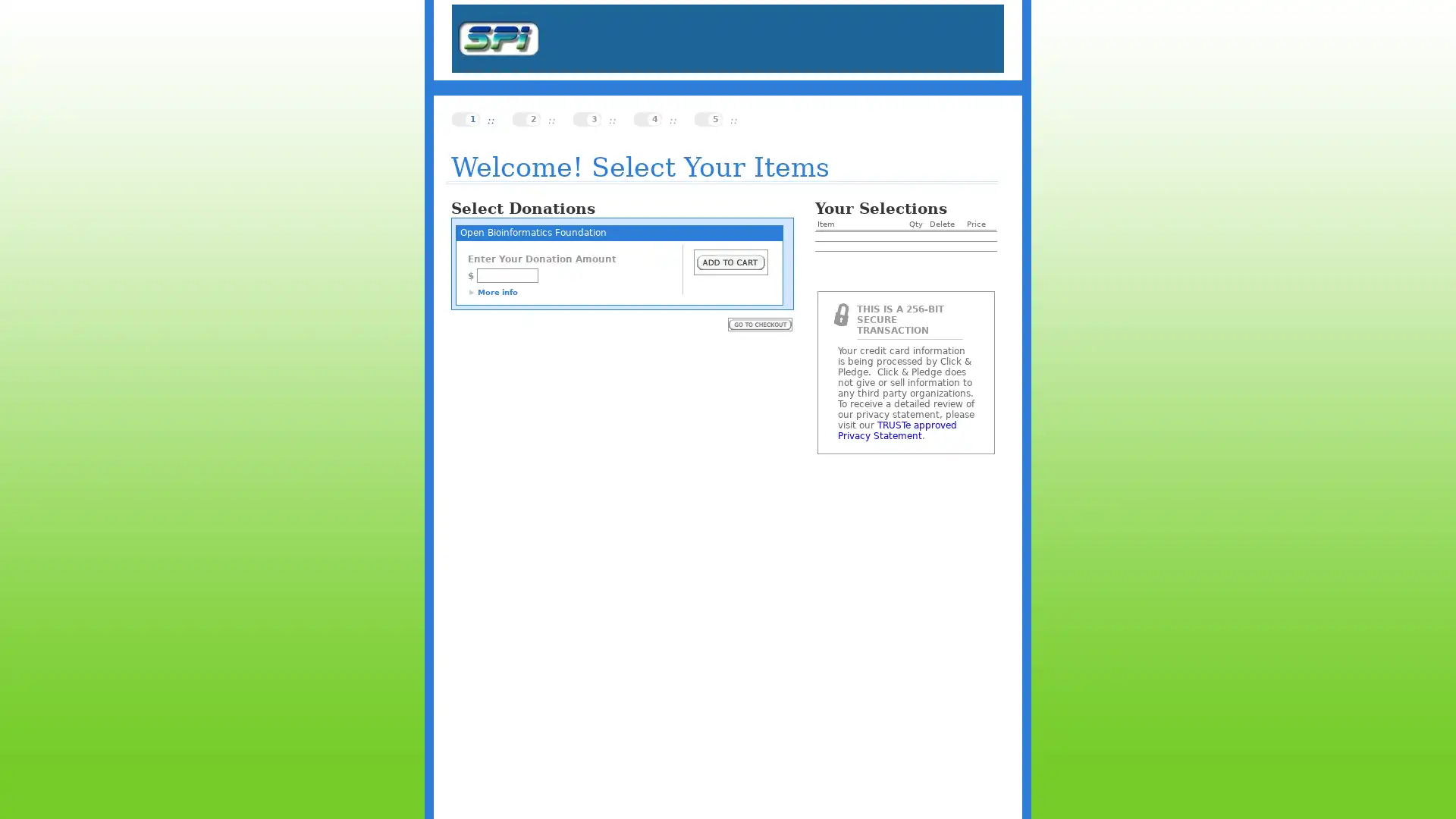  I want to click on Submit, so click(760, 324).